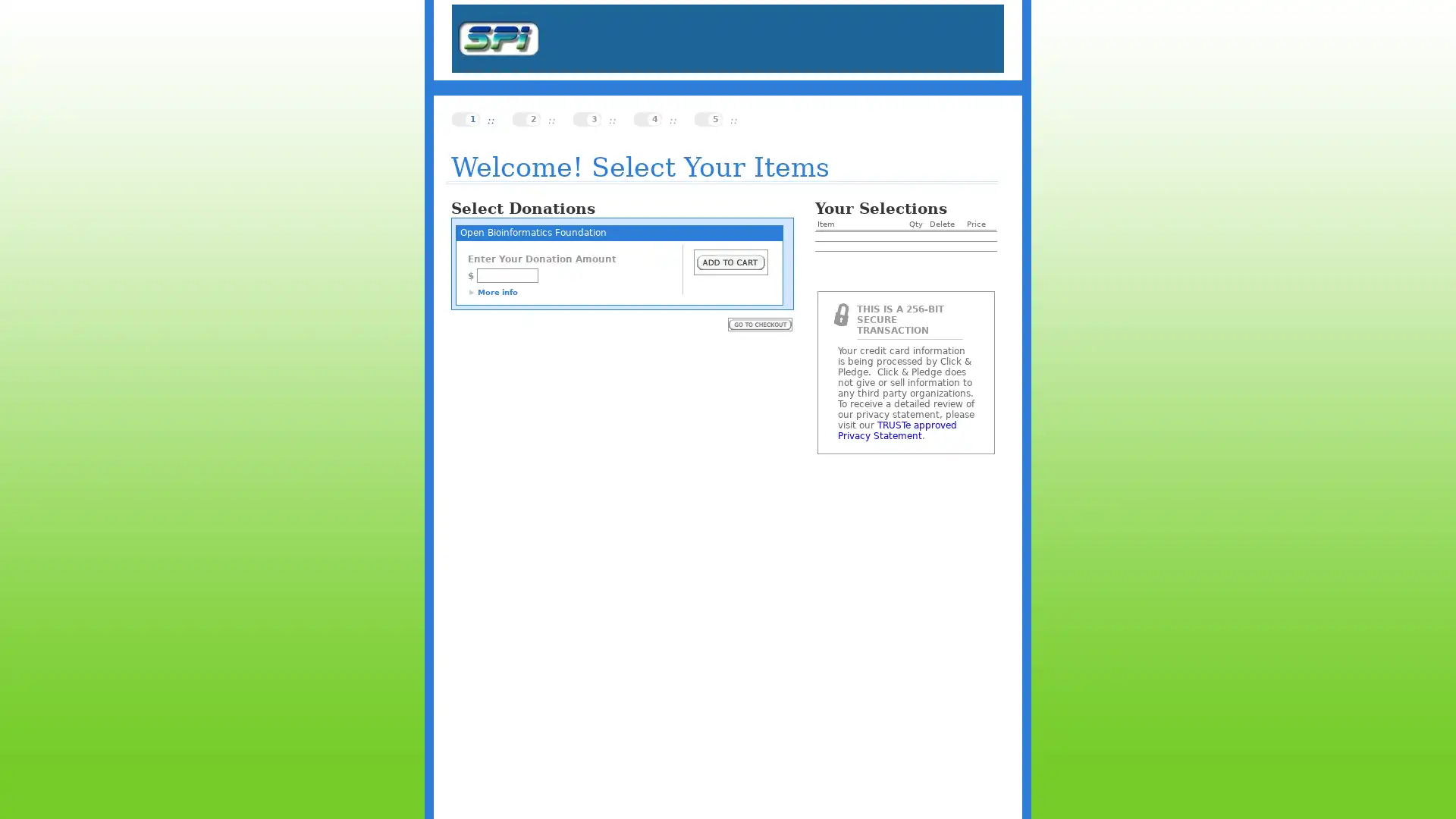  I want to click on Submit, so click(760, 324).